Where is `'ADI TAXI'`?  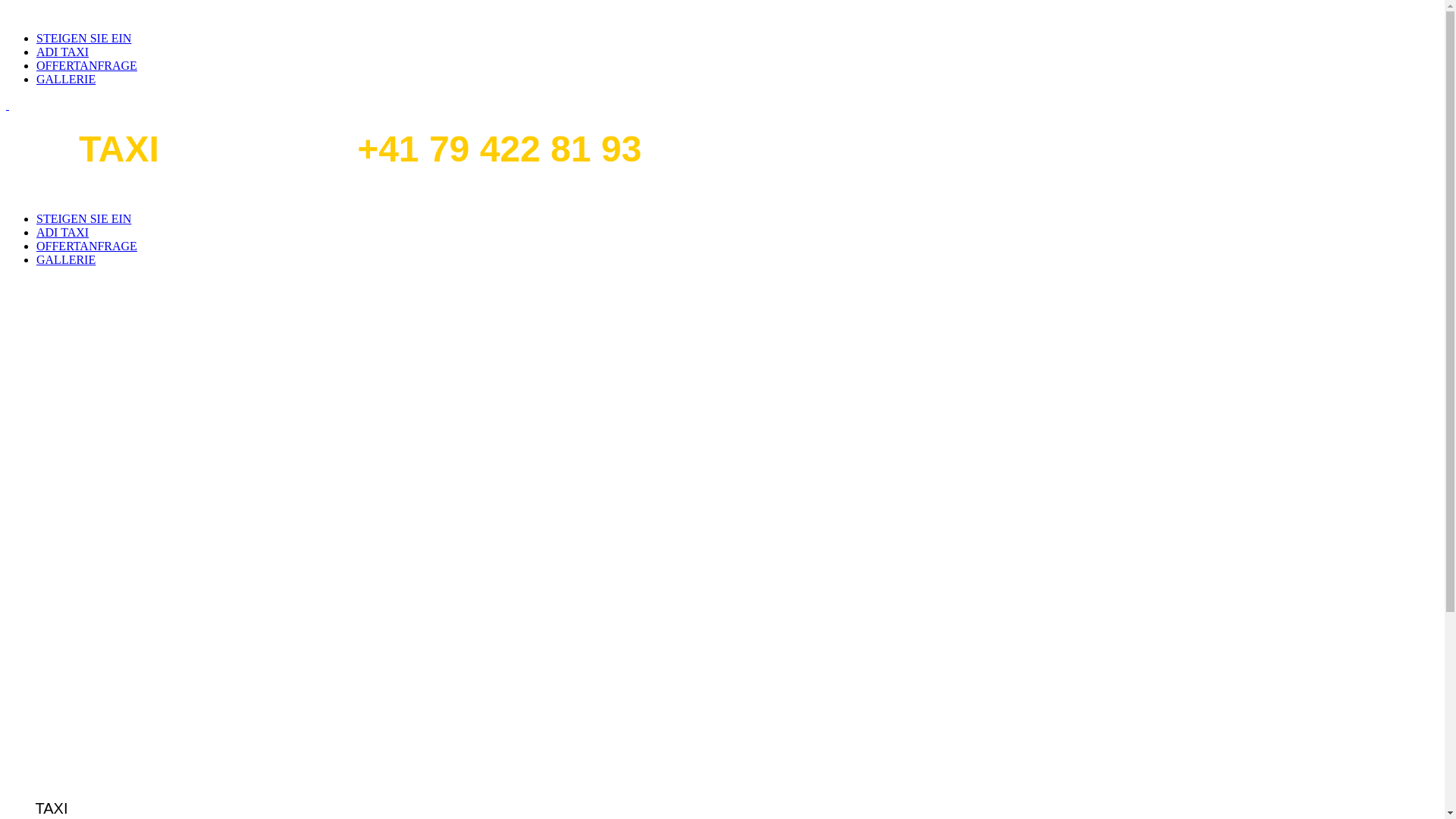 'ADI TAXI' is located at coordinates (61, 51).